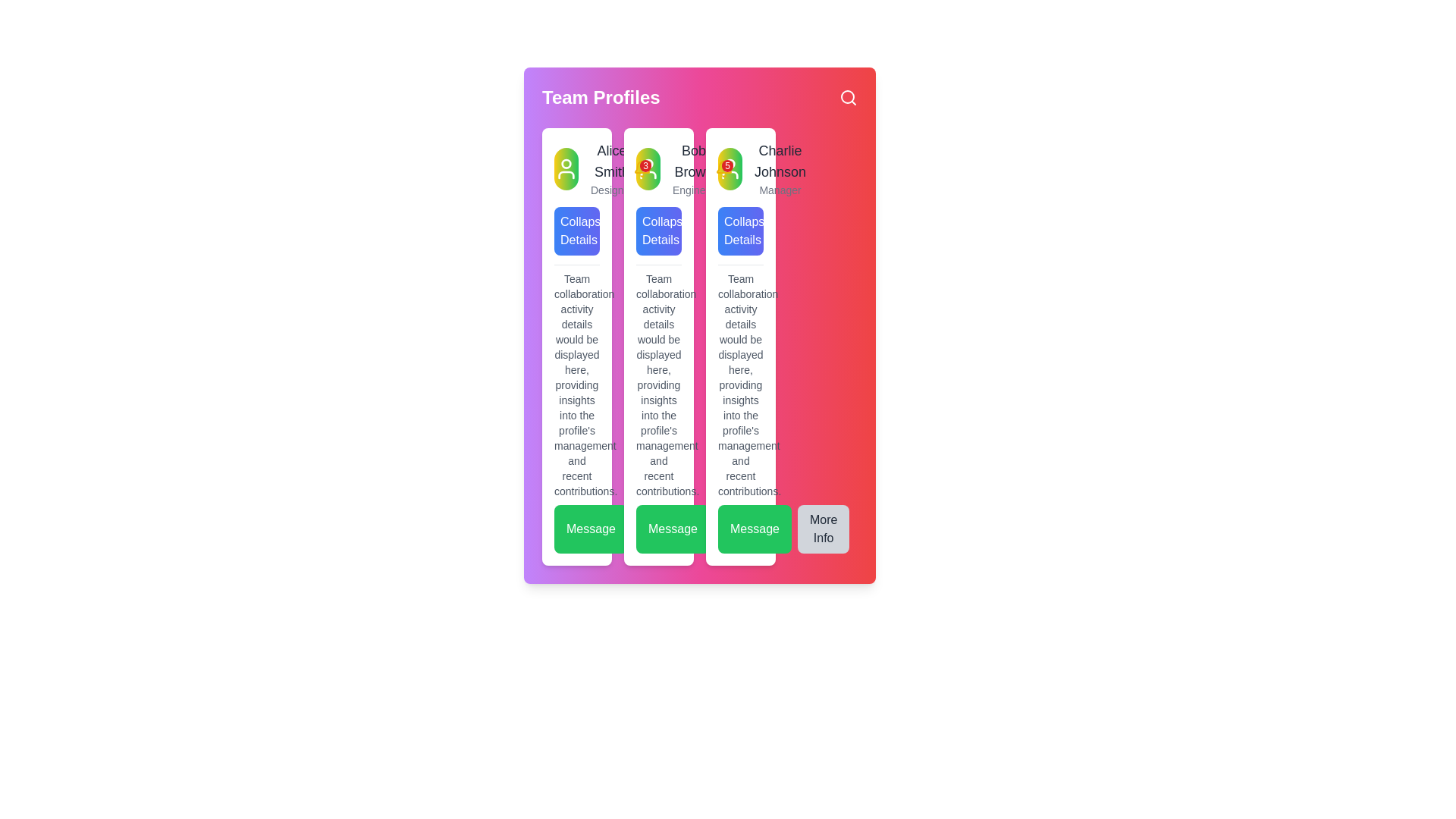 This screenshot has height=819, width=1456. I want to click on the Avatar located in the first profile card of the Team Profiles section, positioned above the name 'Alice Smith' and the title 'Designer', so click(566, 169).